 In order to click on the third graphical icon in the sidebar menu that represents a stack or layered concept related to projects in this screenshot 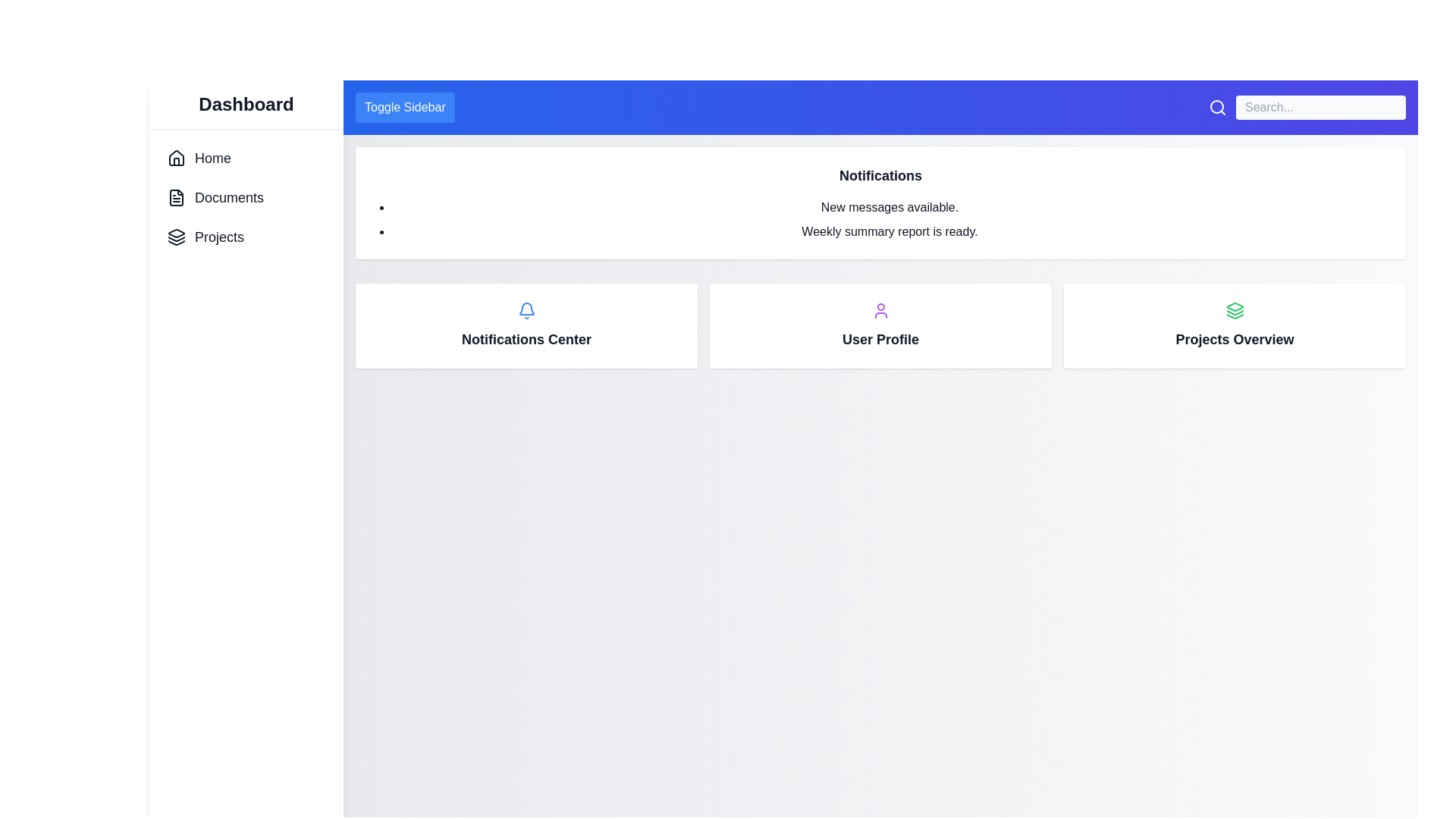, I will do `click(177, 242)`.